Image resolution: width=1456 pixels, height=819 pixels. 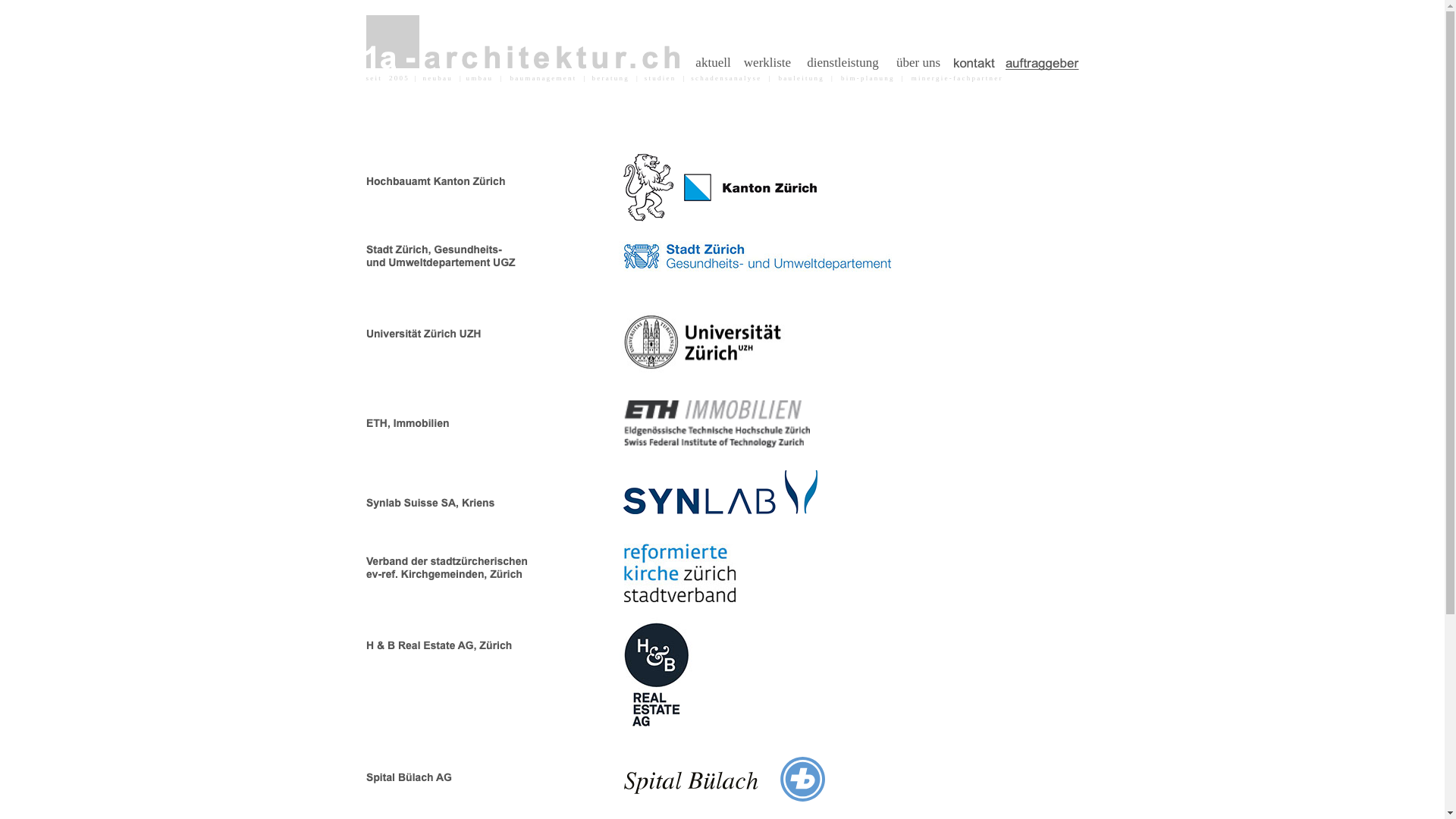 I want to click on 'aktuell', so click(x=712, y=62).